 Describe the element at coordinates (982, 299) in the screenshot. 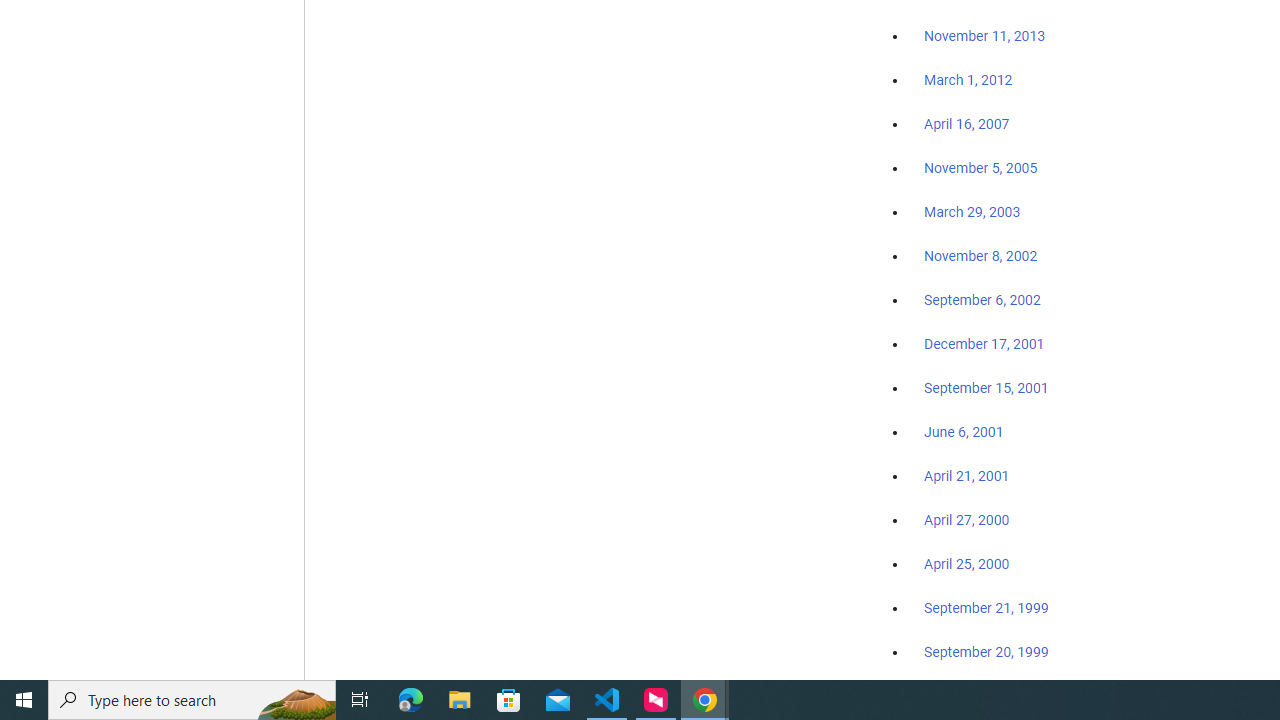

I see `'September 6, 2002'` at that location.